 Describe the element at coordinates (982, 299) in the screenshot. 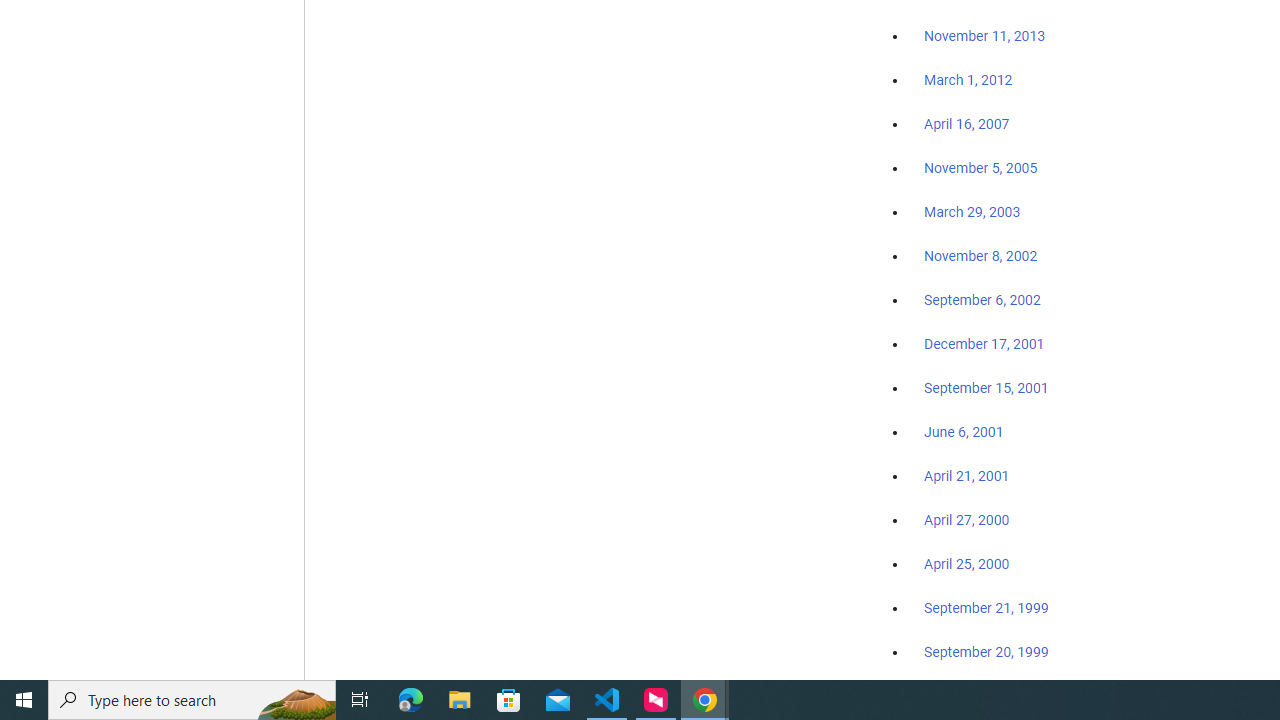

I see `'September 6, 2002'` at that location.